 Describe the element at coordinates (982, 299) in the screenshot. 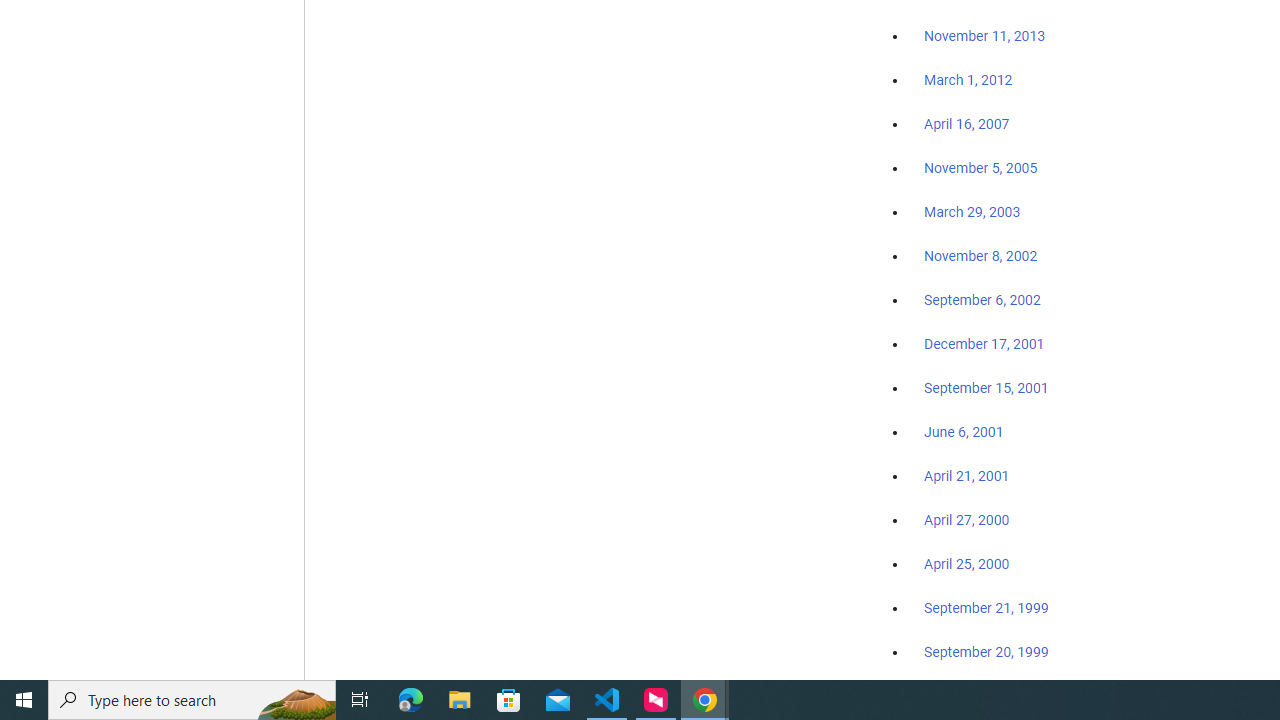

I see `'September 6, 2002'` at that location.